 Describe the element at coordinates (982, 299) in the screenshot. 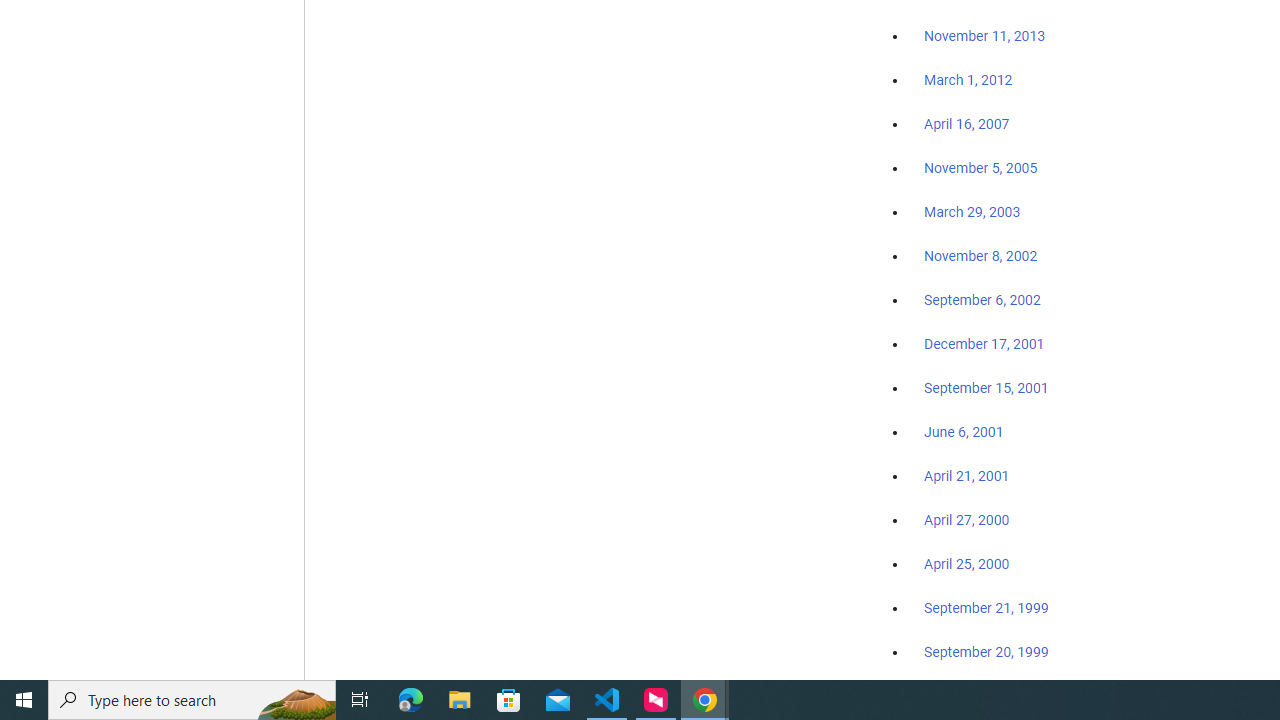

I see `'September 6, 2002'` at that location.